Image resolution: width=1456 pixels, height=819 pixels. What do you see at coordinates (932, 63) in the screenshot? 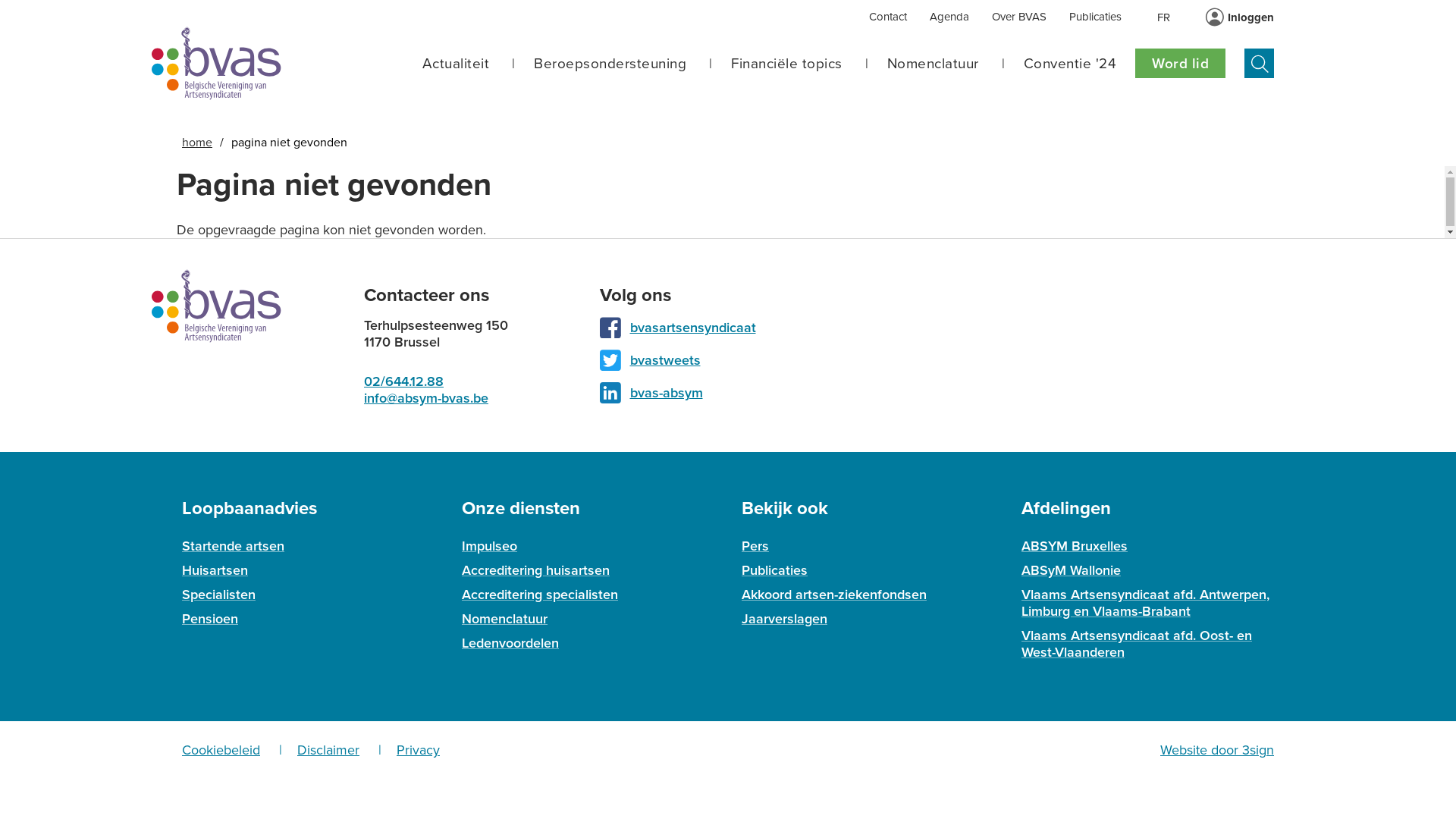
I see `'Nomenclatuur'` at bounding box center [932, 63].